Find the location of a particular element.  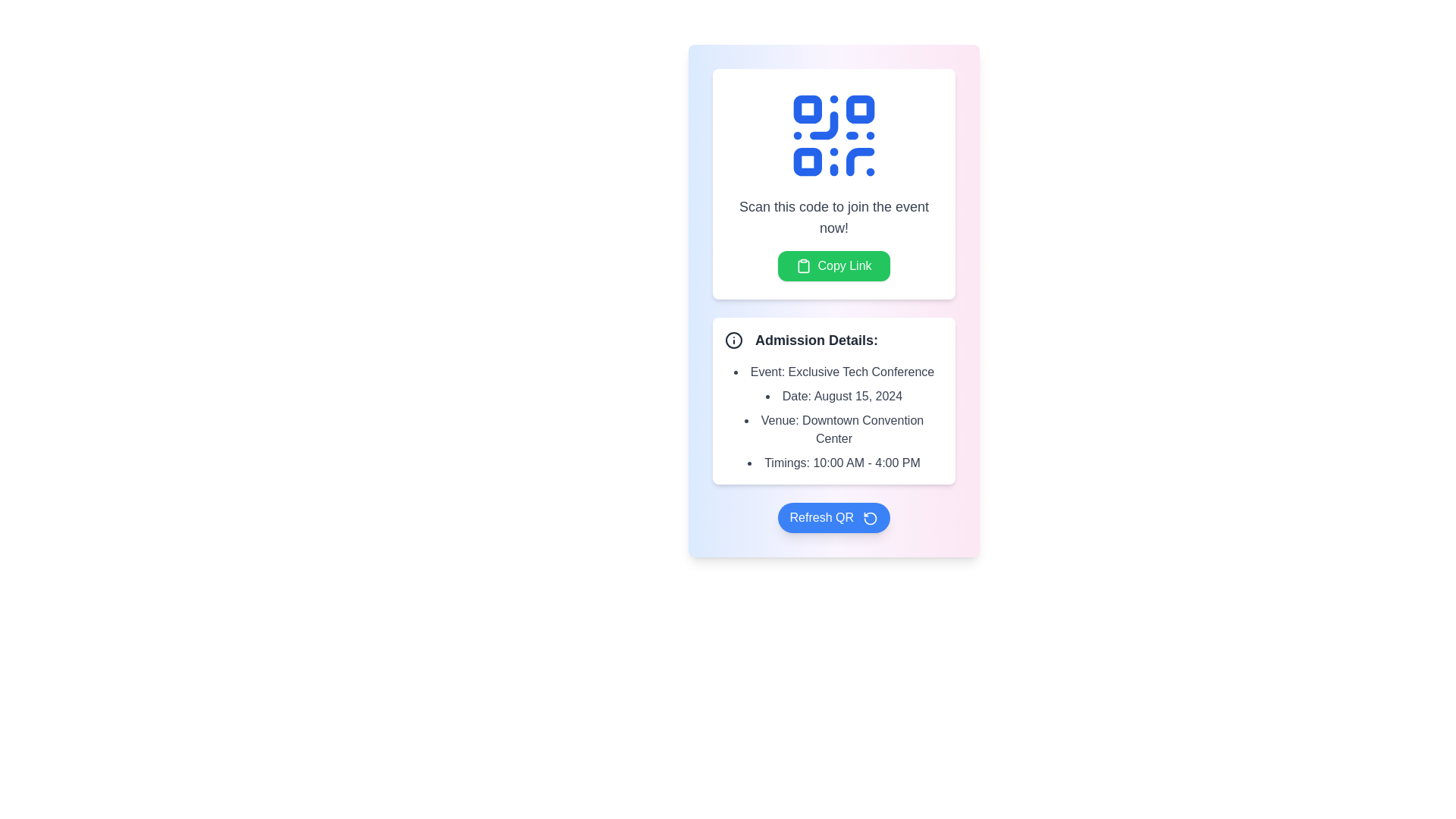

the circular SVG icon representing a counterclockwise rotation, which is located at the far-right side of the 'Refresh QR' button is located at coordinates (871, 517).